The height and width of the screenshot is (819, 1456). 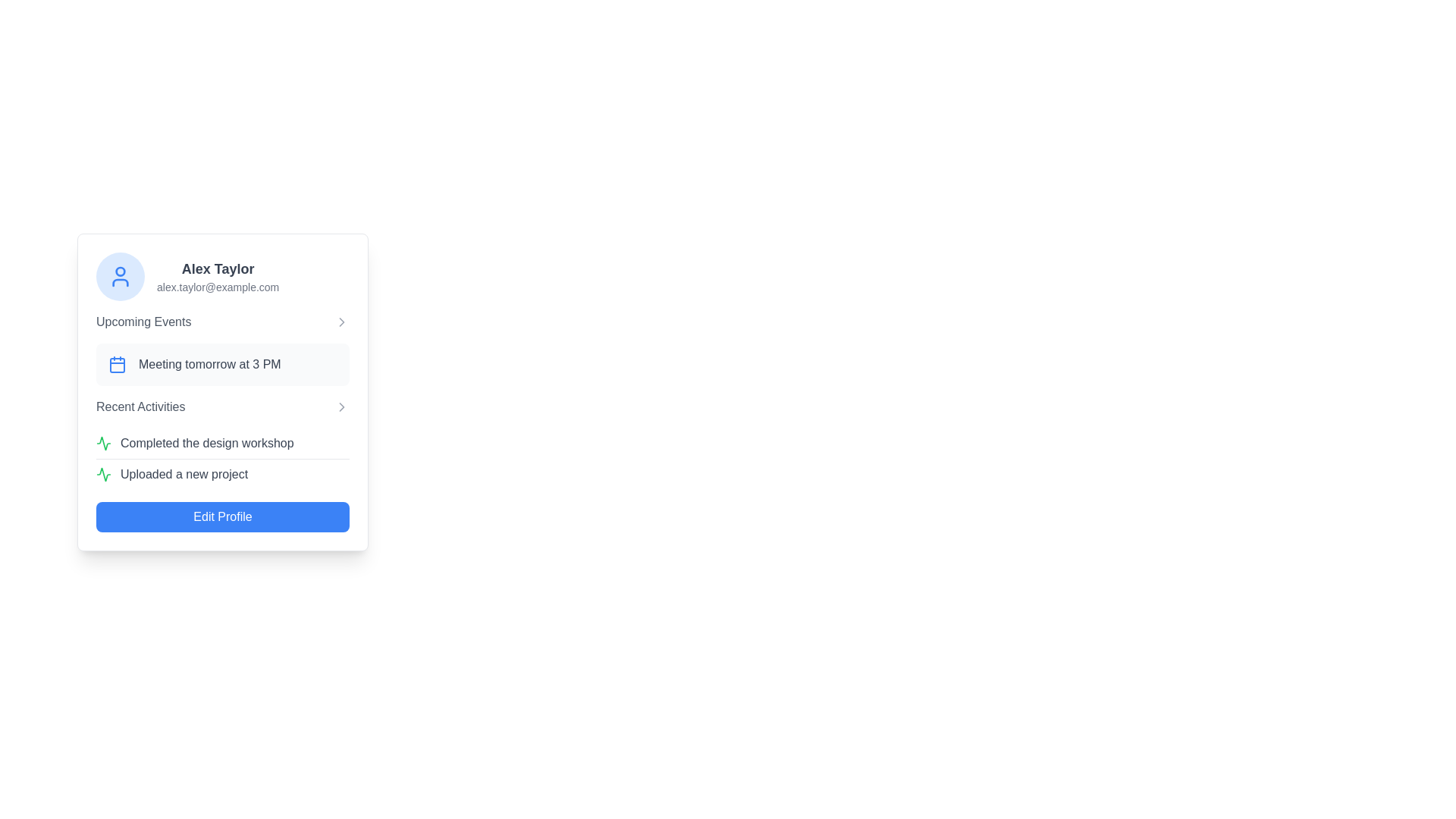 I want to click on the blue human figure icon located in the top-left section of the card UI, so click(x=119, y=277).